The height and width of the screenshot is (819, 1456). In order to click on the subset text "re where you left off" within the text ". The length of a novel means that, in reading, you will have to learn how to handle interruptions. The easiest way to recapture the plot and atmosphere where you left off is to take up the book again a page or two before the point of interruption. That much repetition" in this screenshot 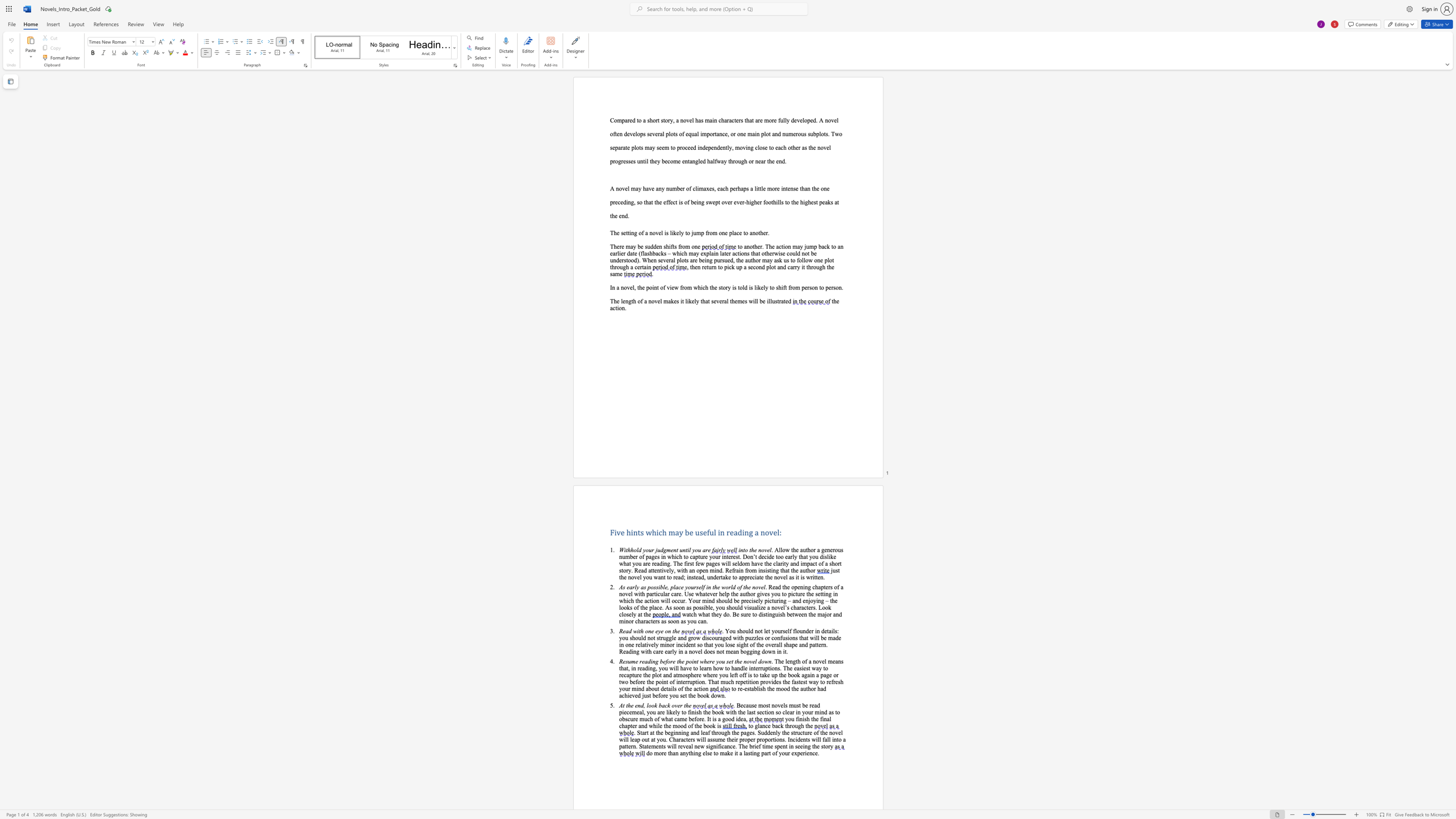, I will do `click(696, 674)`.